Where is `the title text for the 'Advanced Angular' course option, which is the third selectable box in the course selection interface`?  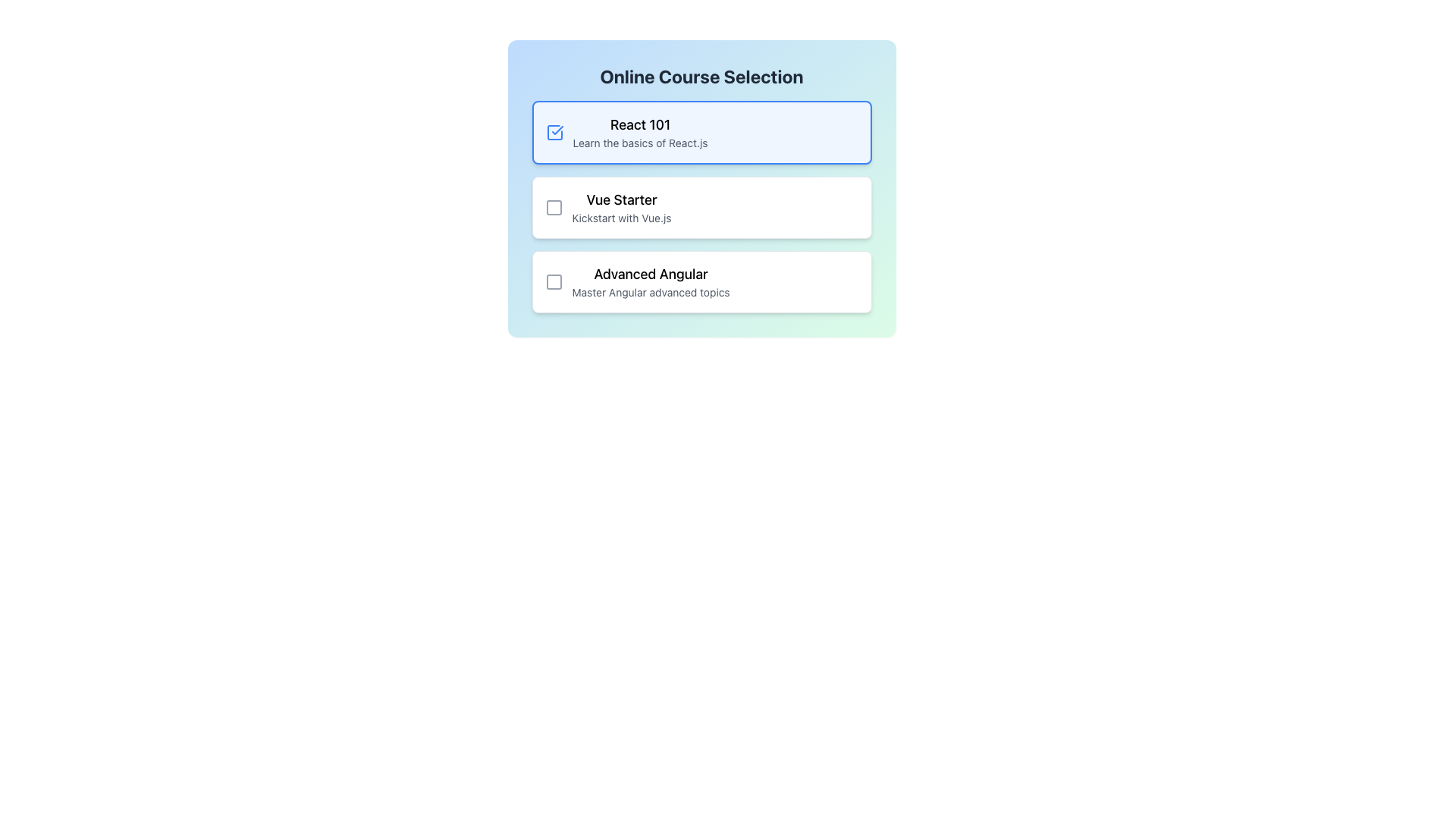
the title text for the 'Advanced Angular' course option, which is the third selectable box in the course selection interface is located at coordinates (651, 275).